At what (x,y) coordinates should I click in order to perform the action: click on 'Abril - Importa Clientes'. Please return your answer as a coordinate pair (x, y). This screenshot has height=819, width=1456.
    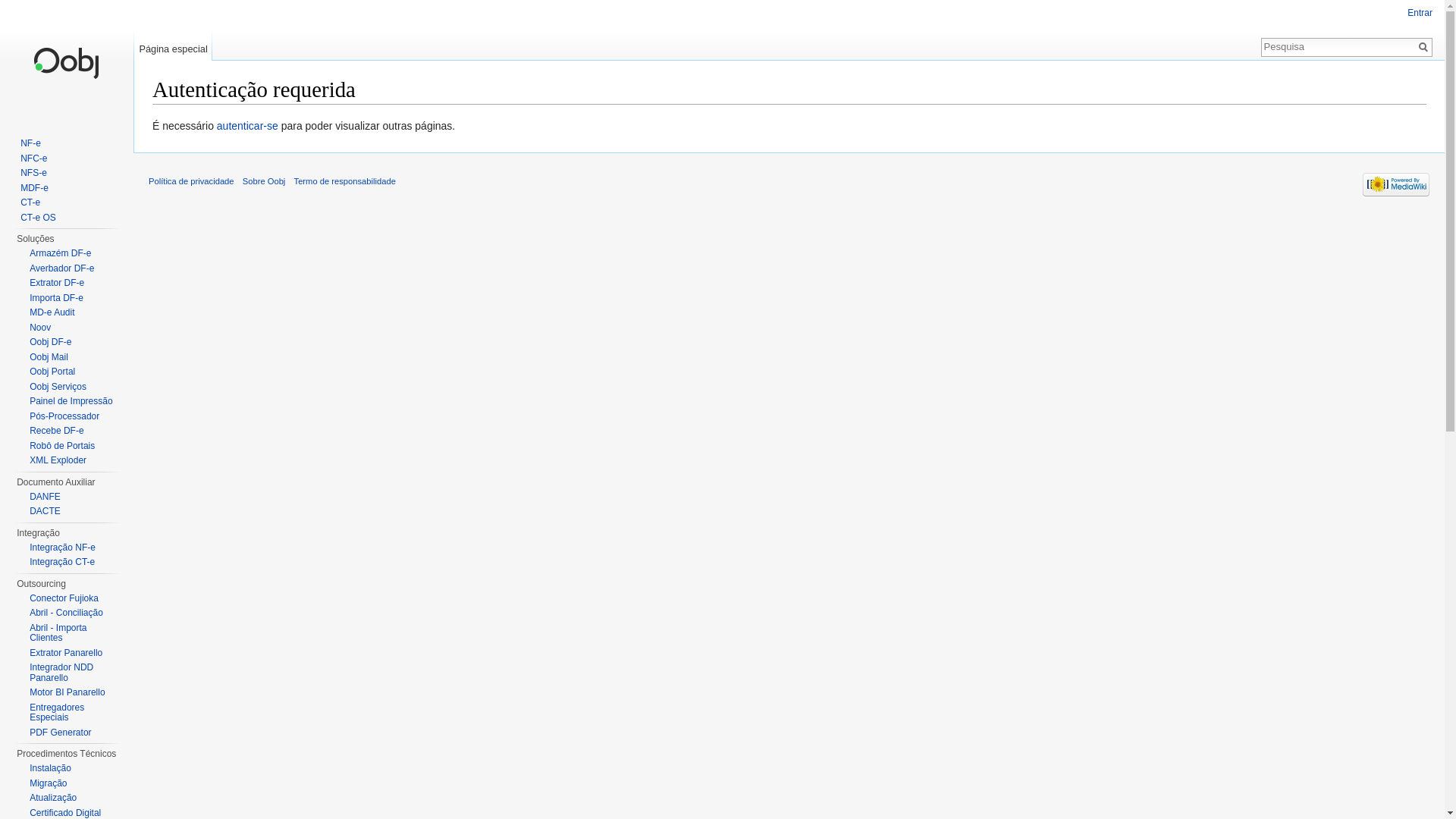
    Looking at the image, I should click on (58, 632).